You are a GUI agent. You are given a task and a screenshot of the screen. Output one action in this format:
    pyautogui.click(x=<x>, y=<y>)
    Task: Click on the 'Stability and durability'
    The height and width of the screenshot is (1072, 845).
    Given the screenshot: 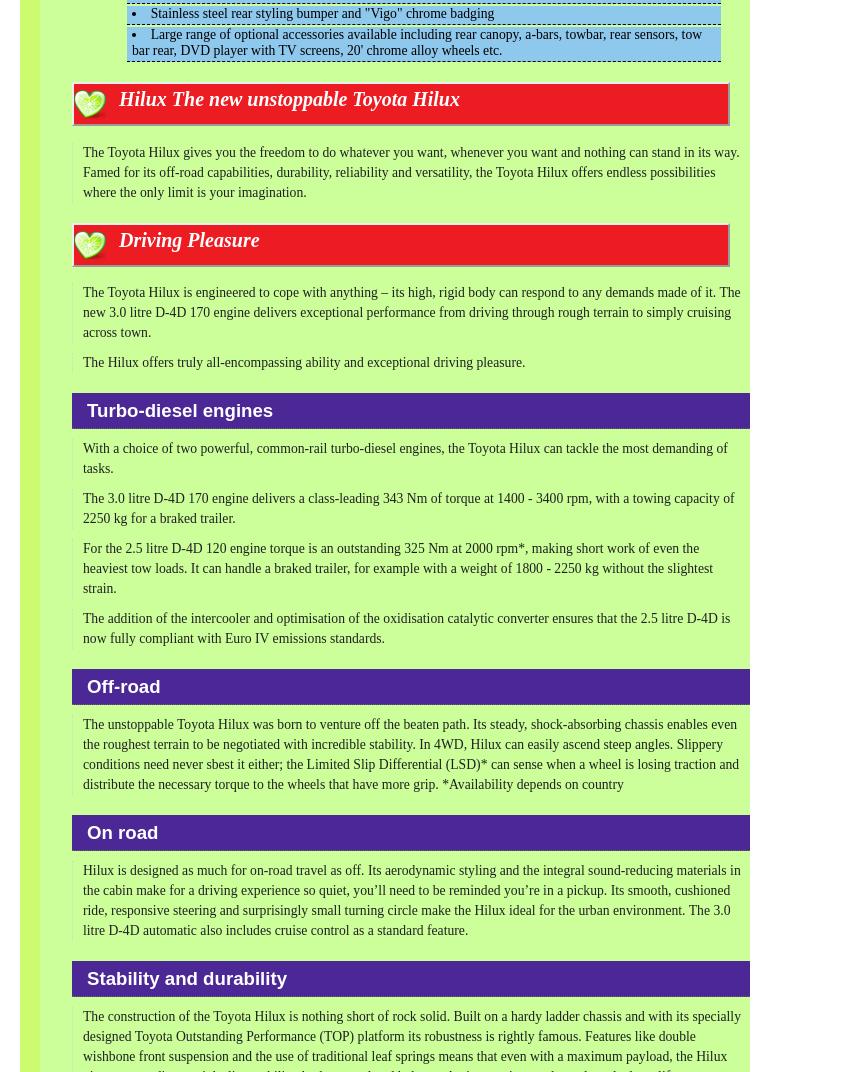 What is the action you would take?
    pyautogui.click(x=185, y=977)
    